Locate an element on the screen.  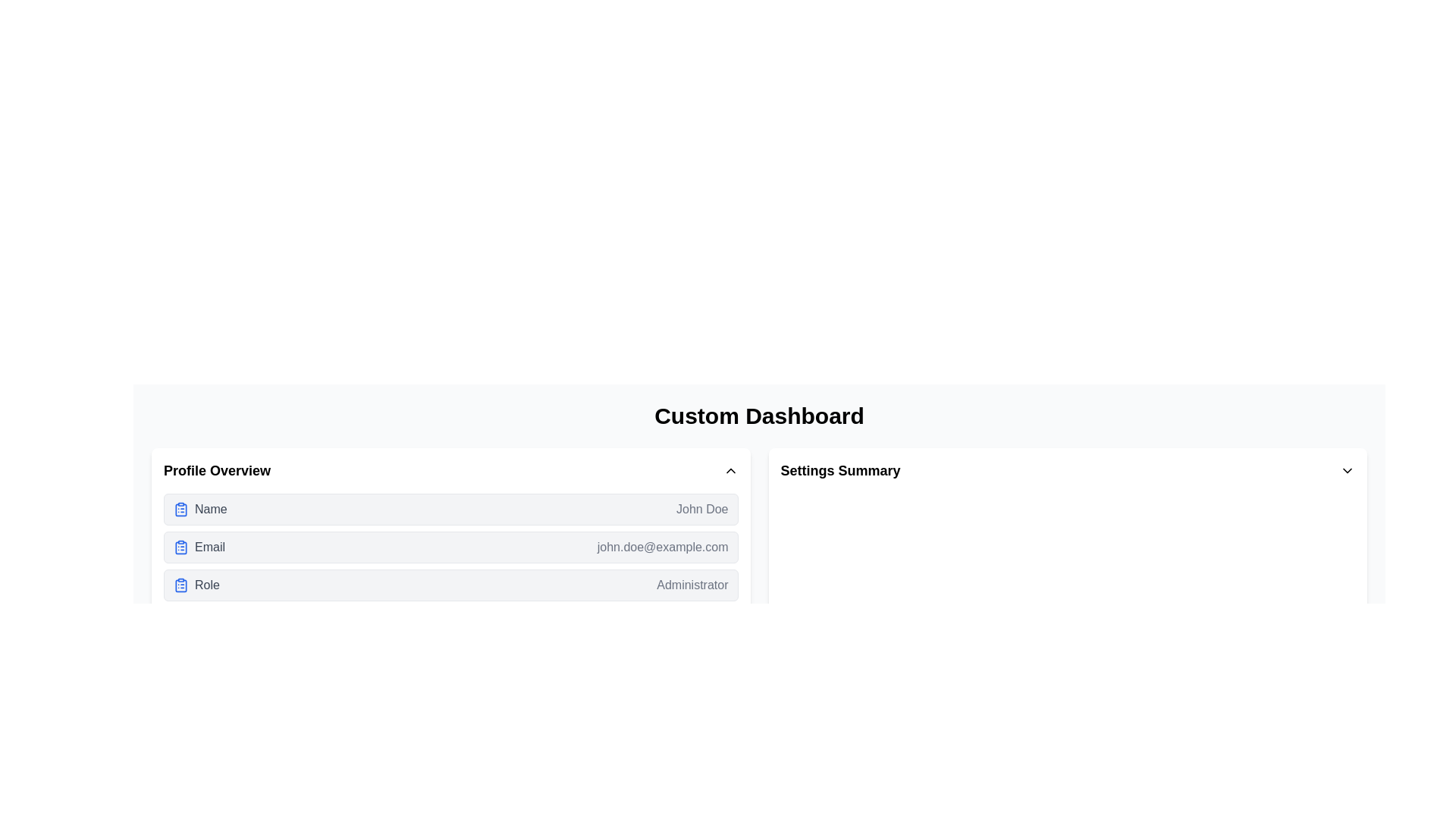
the outlined rectangular clipboard icon with a blue stroke located to the left of the 'Name' label in the 'Profile Overview' section is located at coordinates (181, 509).